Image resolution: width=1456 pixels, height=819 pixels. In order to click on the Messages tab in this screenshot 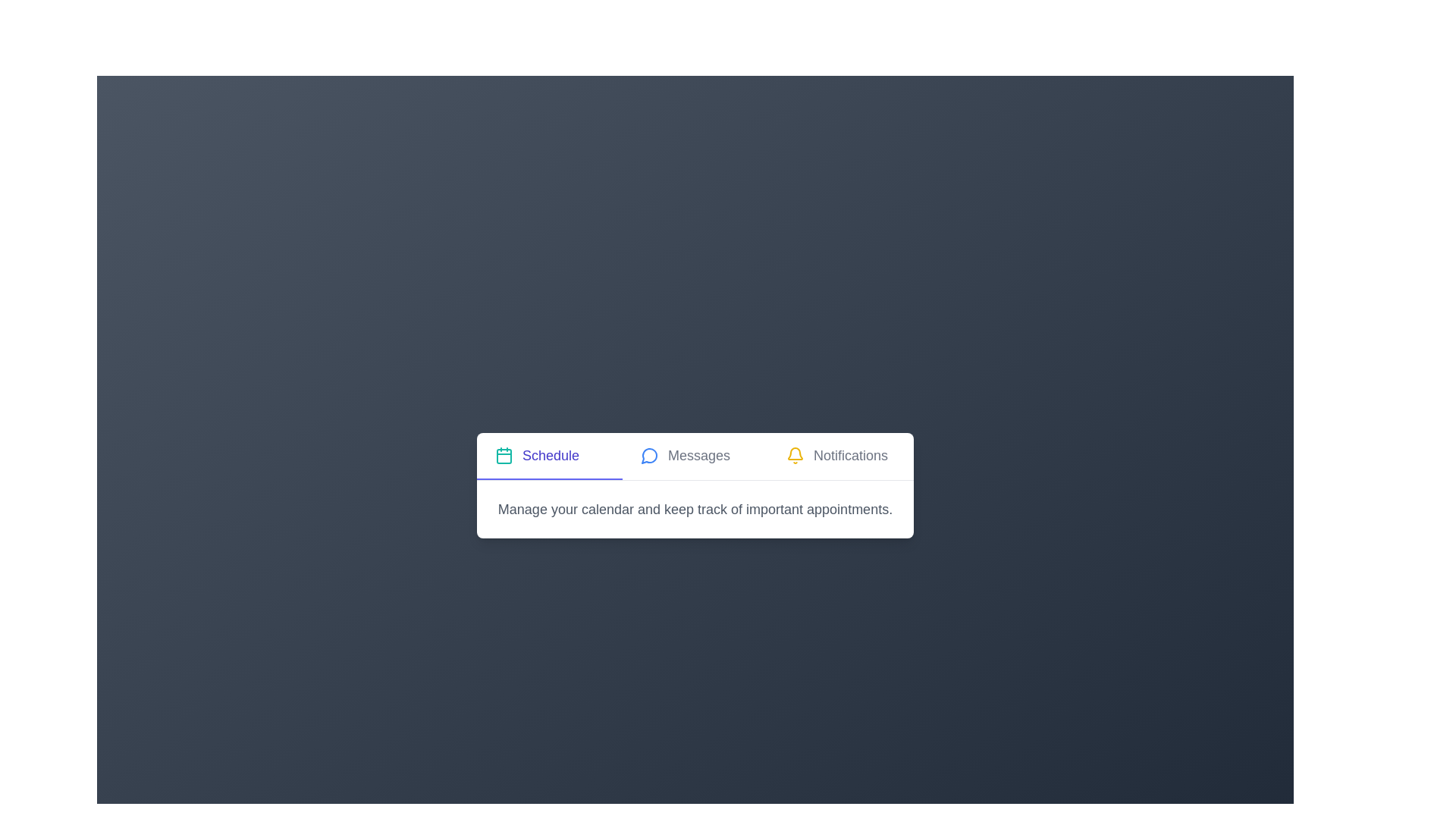, I will do `click(694, 455)`.